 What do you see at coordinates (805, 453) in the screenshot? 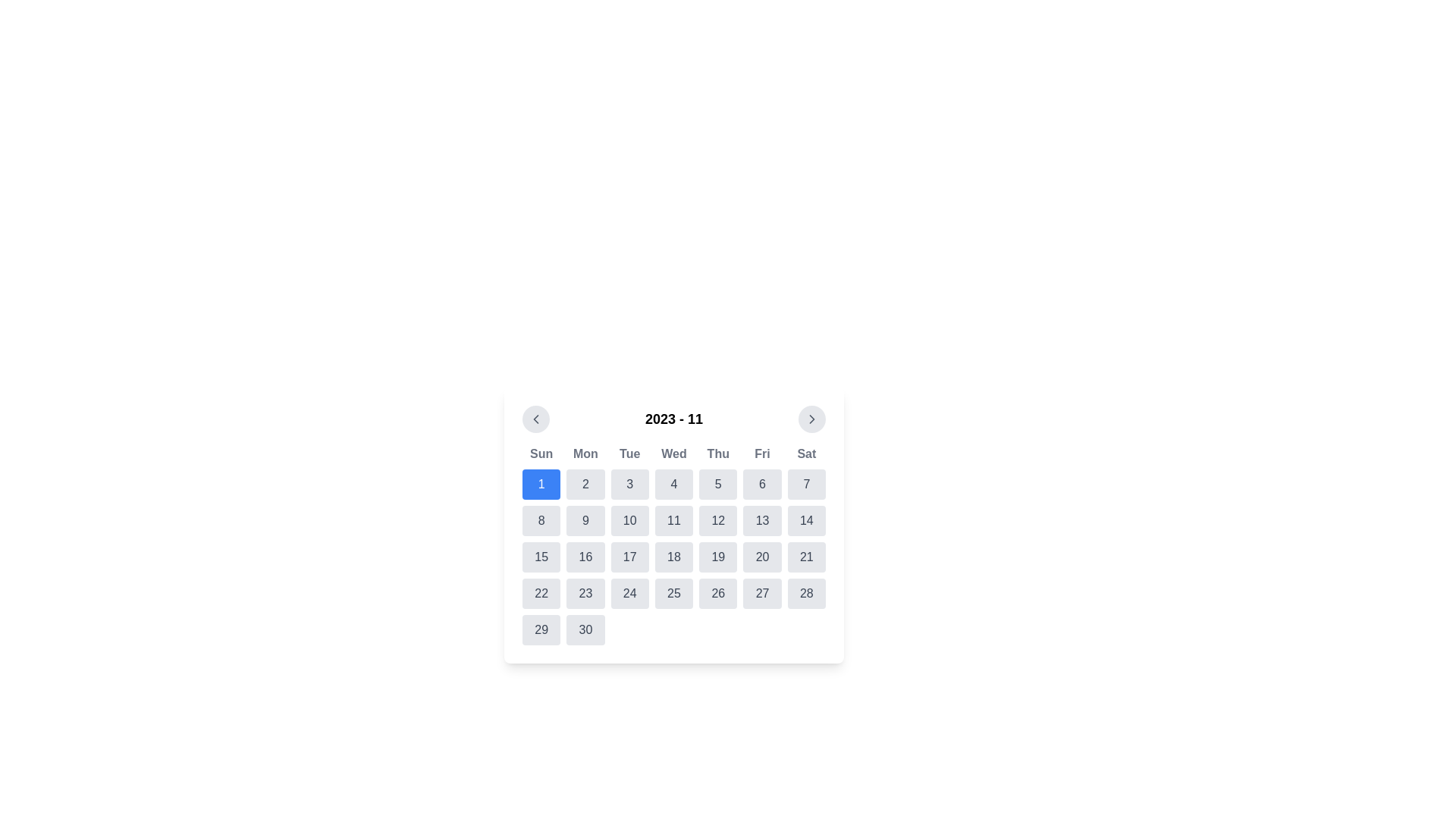
I see `the text label displaying 'Sat' in gray color, which is the last element in a horizontal list of day names in the calendar interface` at bounding box center [805, 453].